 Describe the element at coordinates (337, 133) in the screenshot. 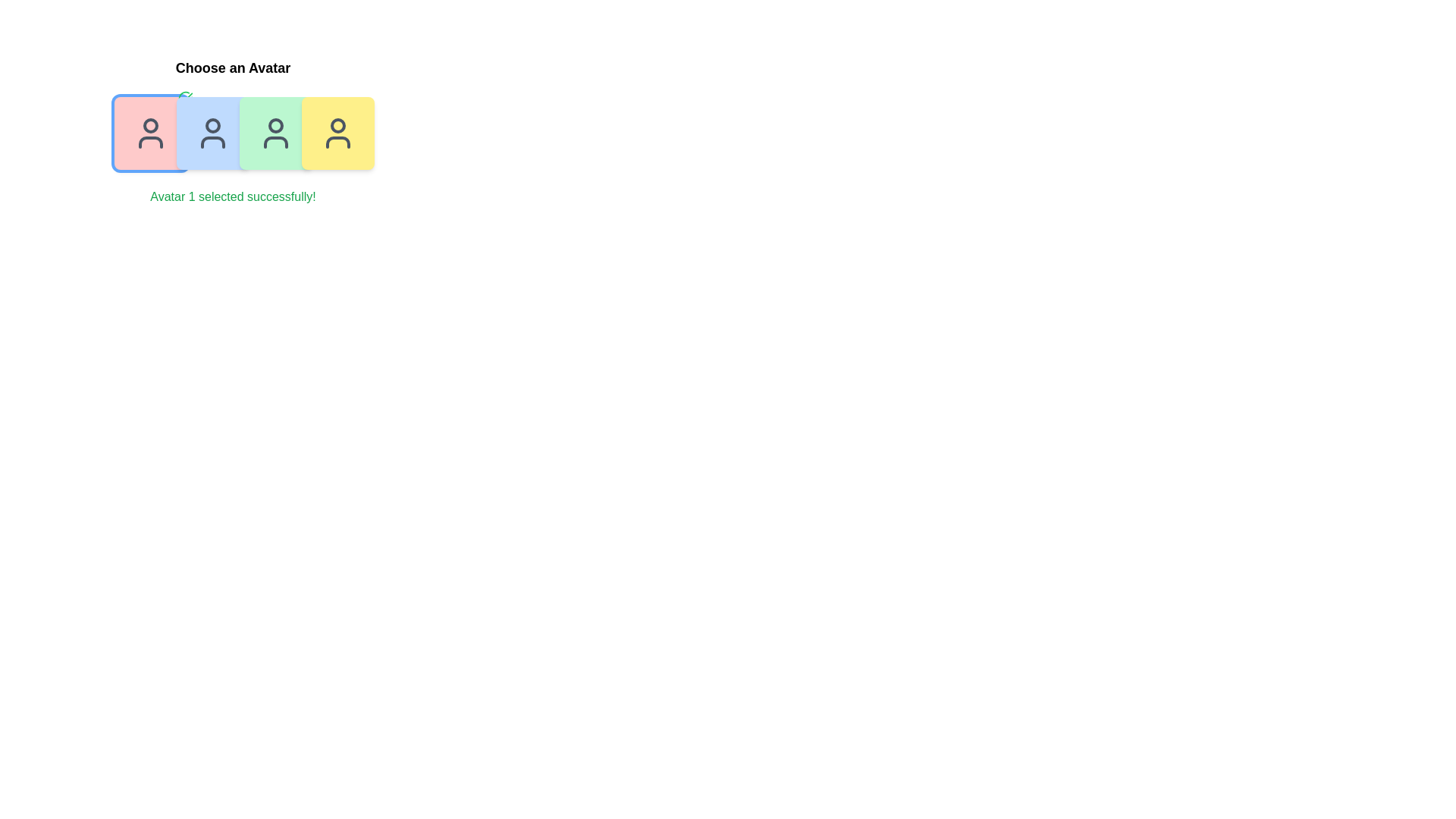

I see `the selectable avatar icon located at the far-right end of the row, which is the fourth avatar option from the left` at that location.